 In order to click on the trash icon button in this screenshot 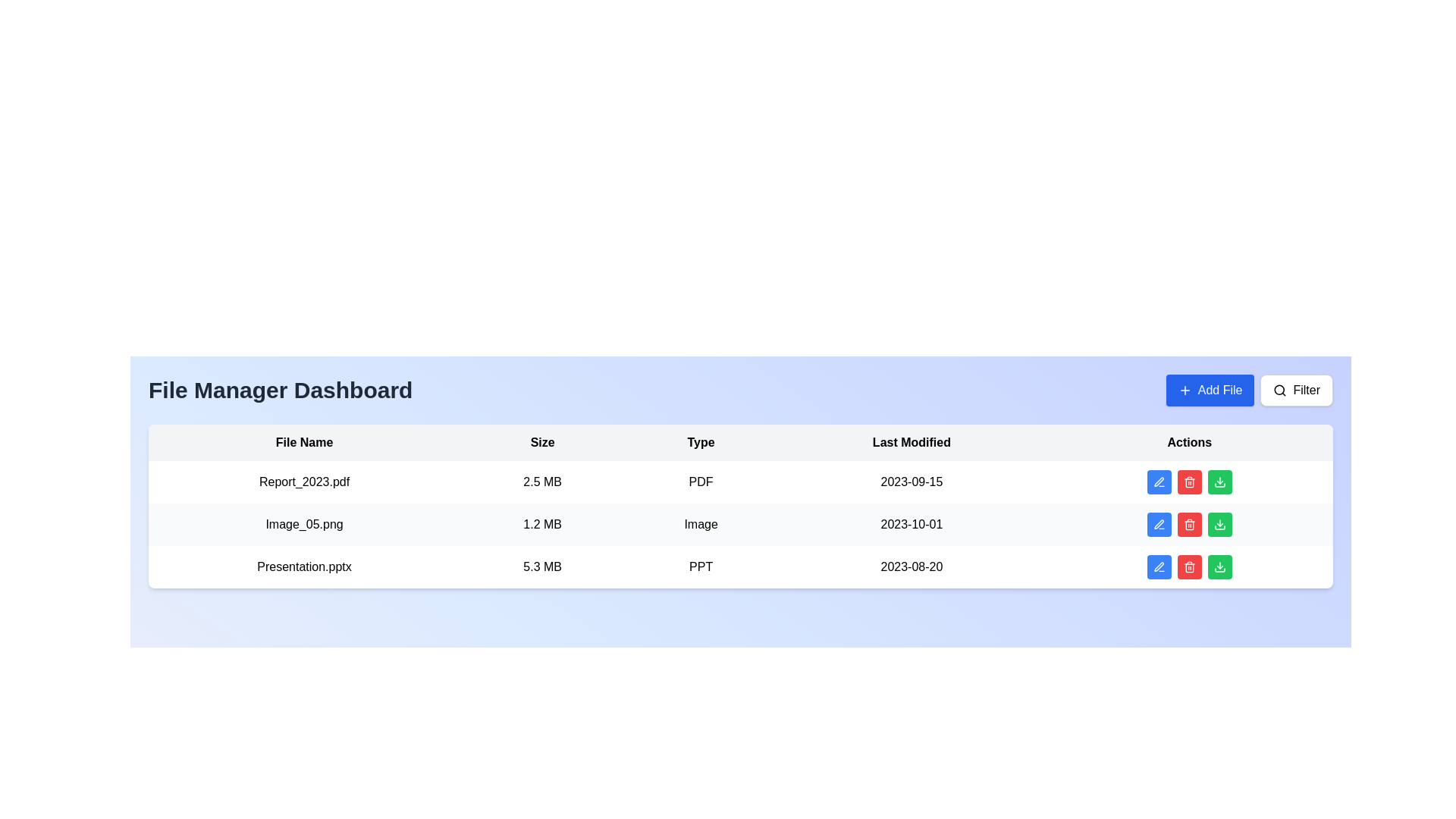, I will do `click(1188, 567)`.